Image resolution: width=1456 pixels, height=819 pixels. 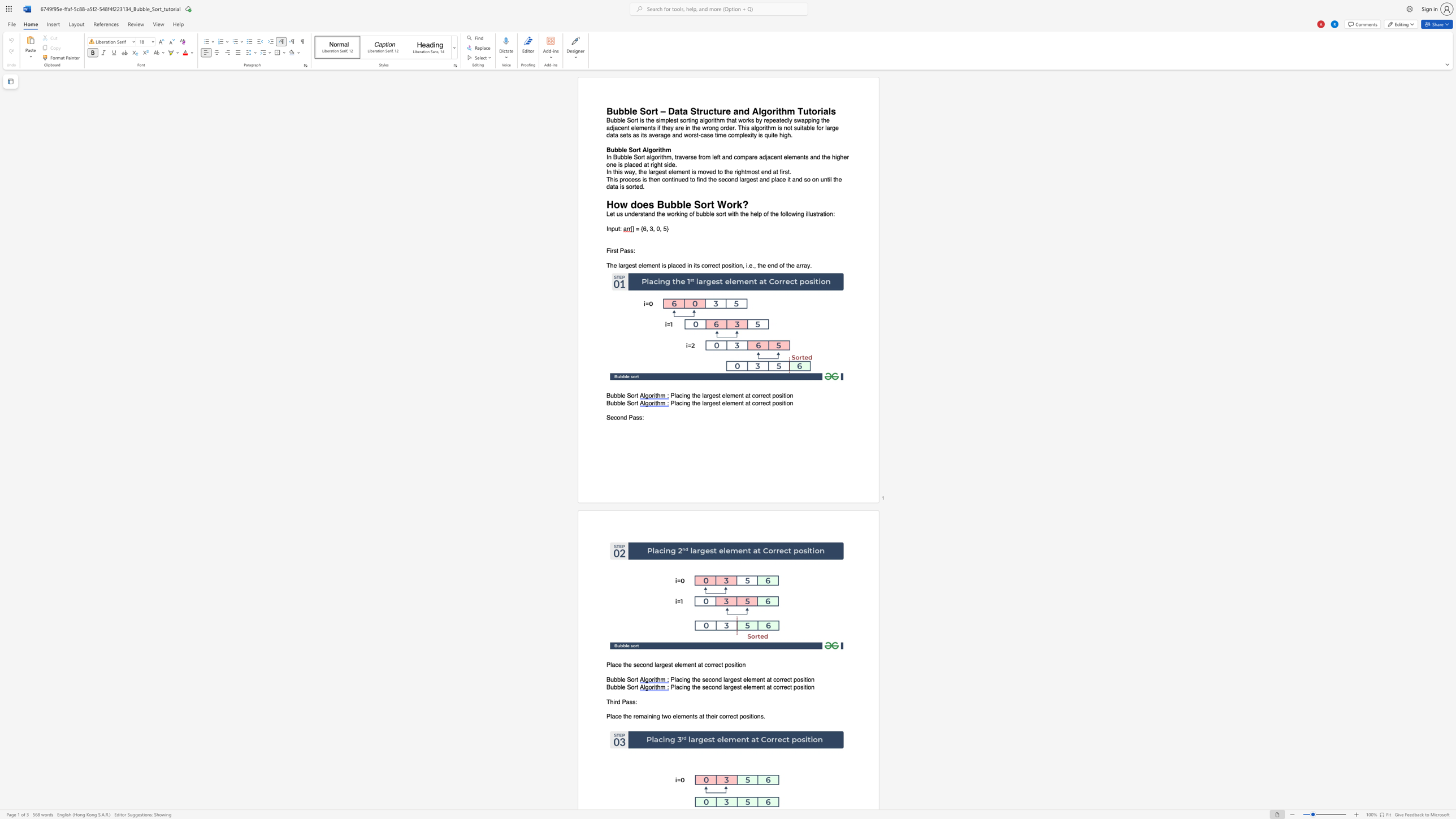 I want to click on the subset text "g the second largest element at" within the text "Placing the second largest element at correct position", so click(x=687, y=680).